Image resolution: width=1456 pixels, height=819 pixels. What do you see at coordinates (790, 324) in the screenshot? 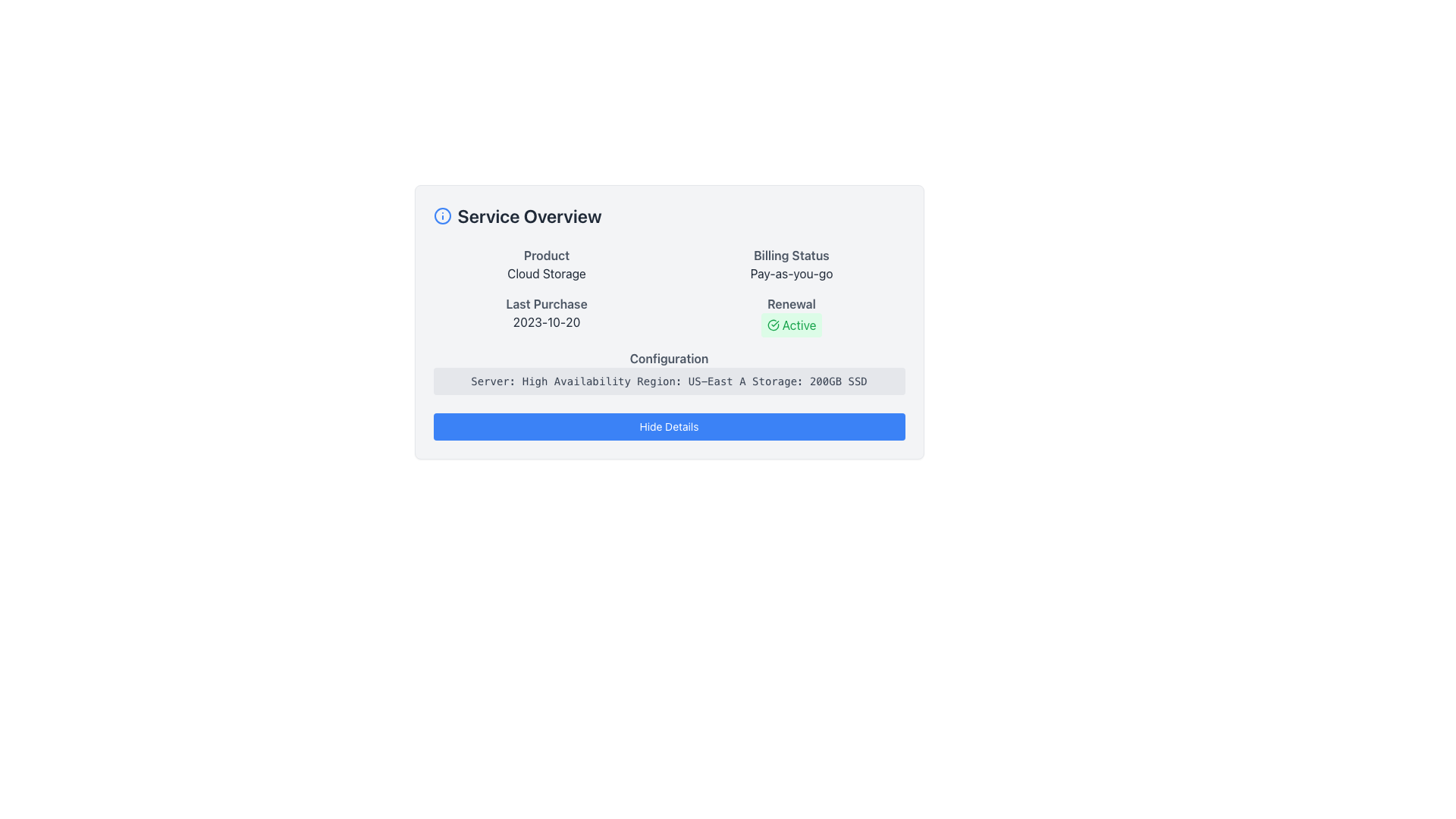
I see `the status indicator with text and icon located to the right of the 'Renewal' label in the 'Service Overview' section, which signals that the associated service or feature is active` at bounding box center [790, 324].